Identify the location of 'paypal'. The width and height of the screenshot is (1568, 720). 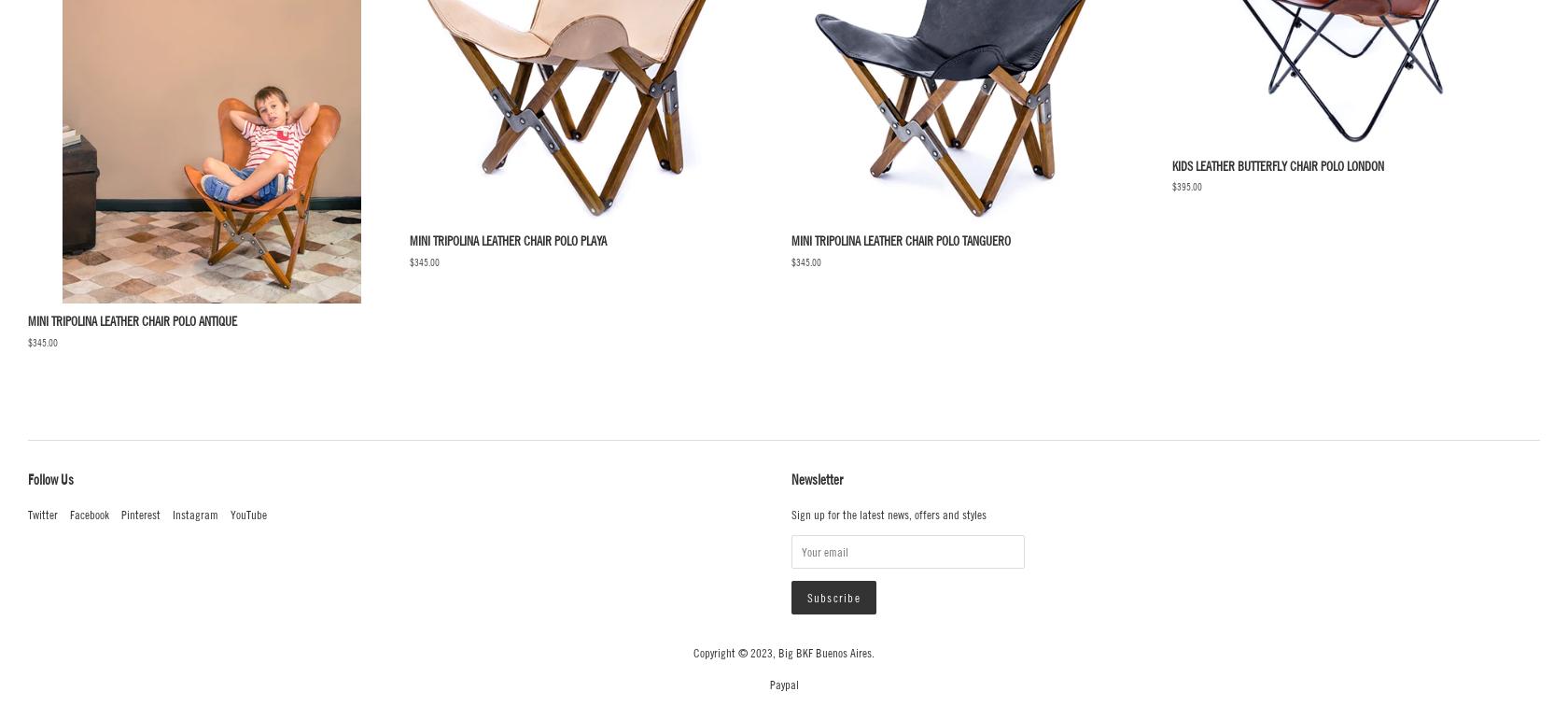
(769, 684).